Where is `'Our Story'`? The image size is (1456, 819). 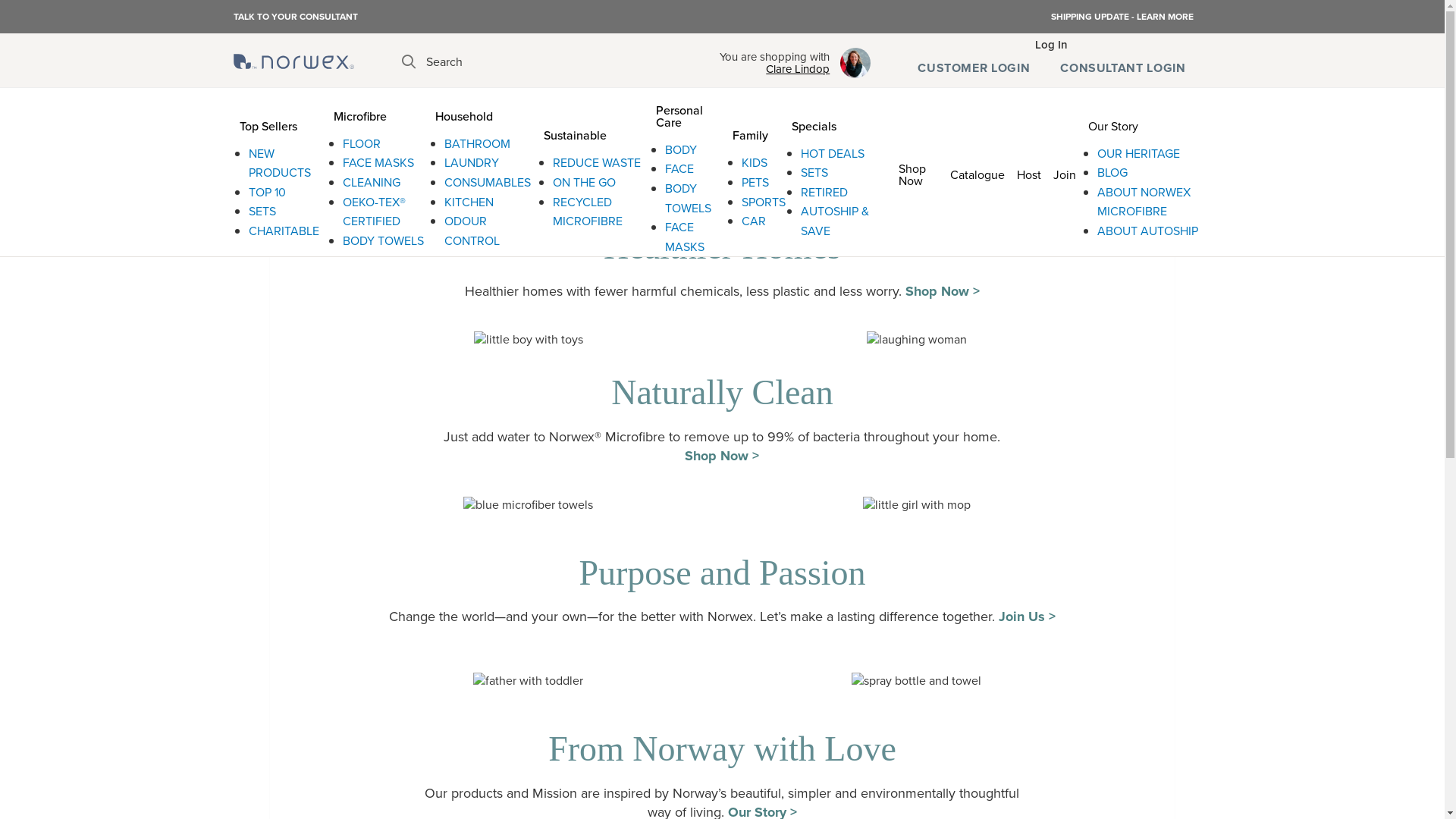 'Our Story' is located at coordinates (1081, 123).